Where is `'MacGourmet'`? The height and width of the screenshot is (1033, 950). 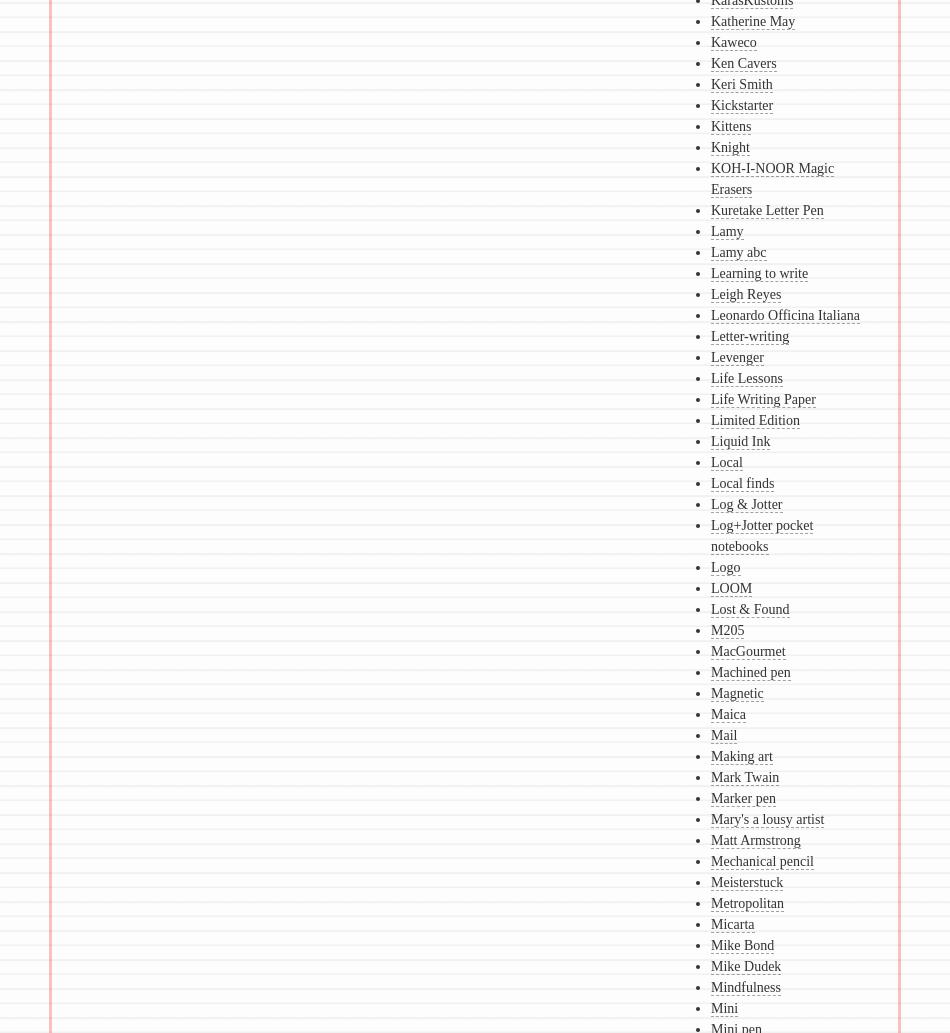 'MacGourmet' is located at coordinates (746, 650).